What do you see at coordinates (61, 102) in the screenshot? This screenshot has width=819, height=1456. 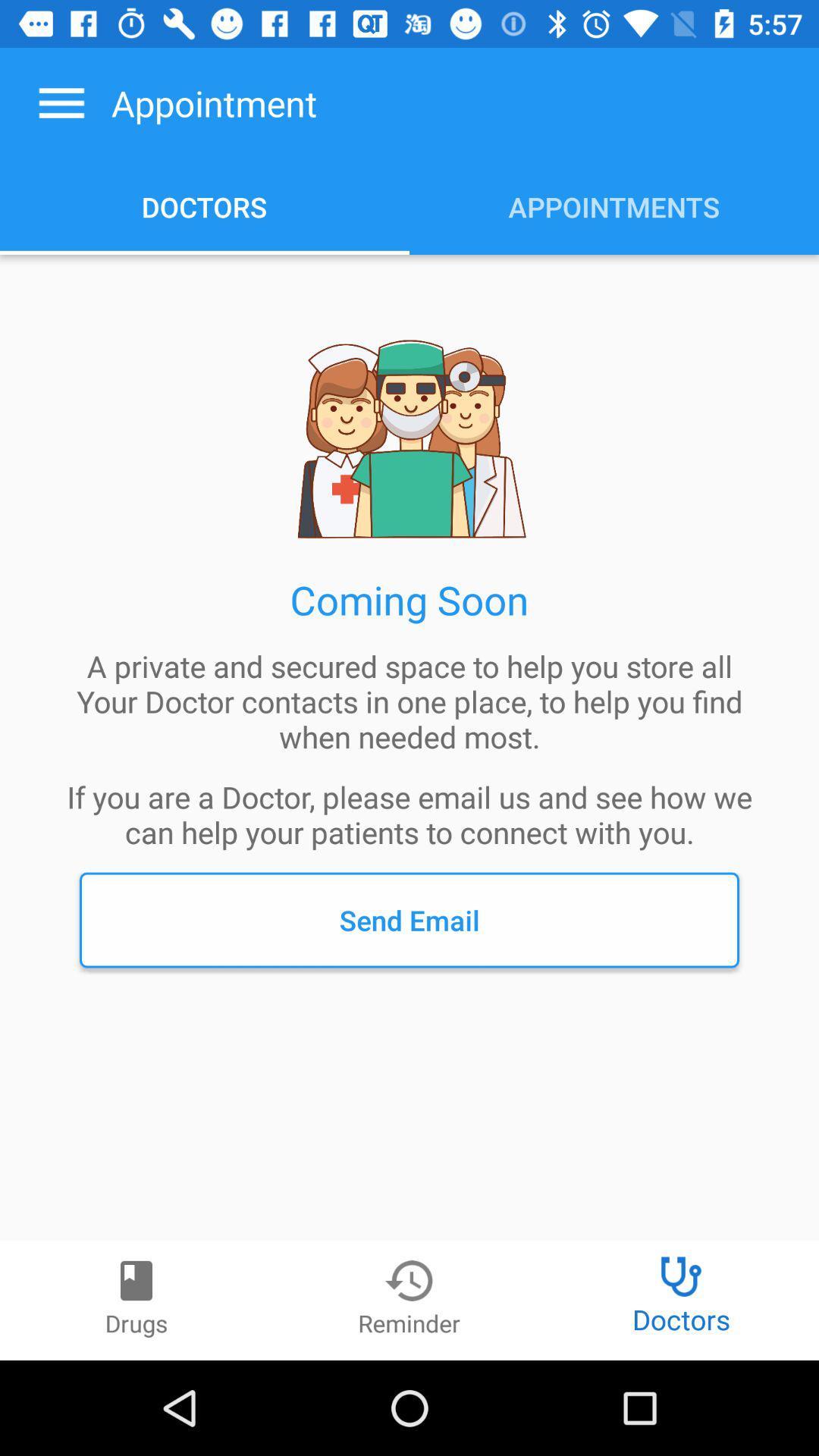 I see `icon to the left of appointment icon` at bounding box center [61, 102].